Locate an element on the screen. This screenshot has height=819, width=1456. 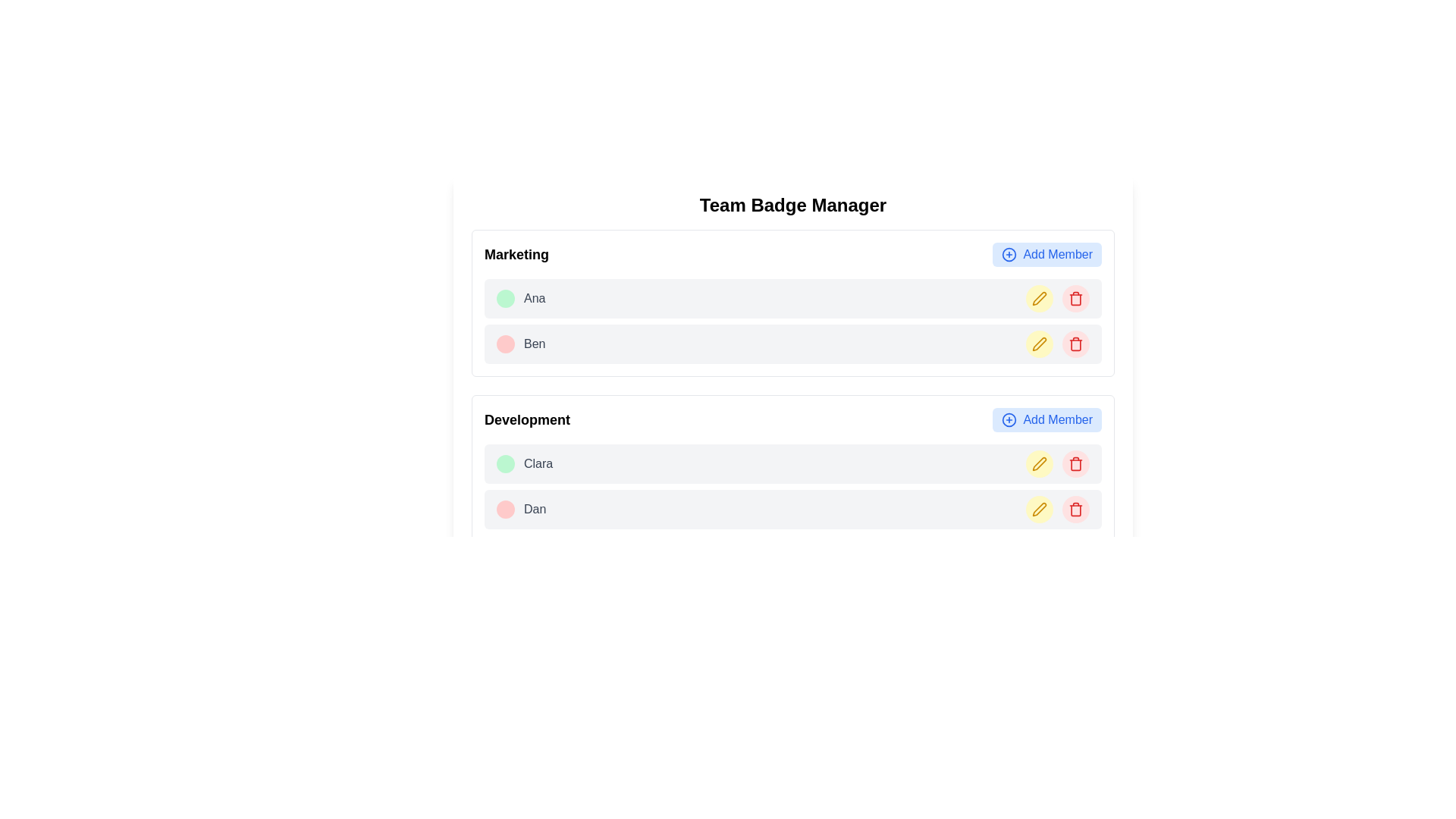
text label displaying 'Clara' located in the 'Development' section, positioned right of the green 'Active' badge is located at coordinates (538, 463).